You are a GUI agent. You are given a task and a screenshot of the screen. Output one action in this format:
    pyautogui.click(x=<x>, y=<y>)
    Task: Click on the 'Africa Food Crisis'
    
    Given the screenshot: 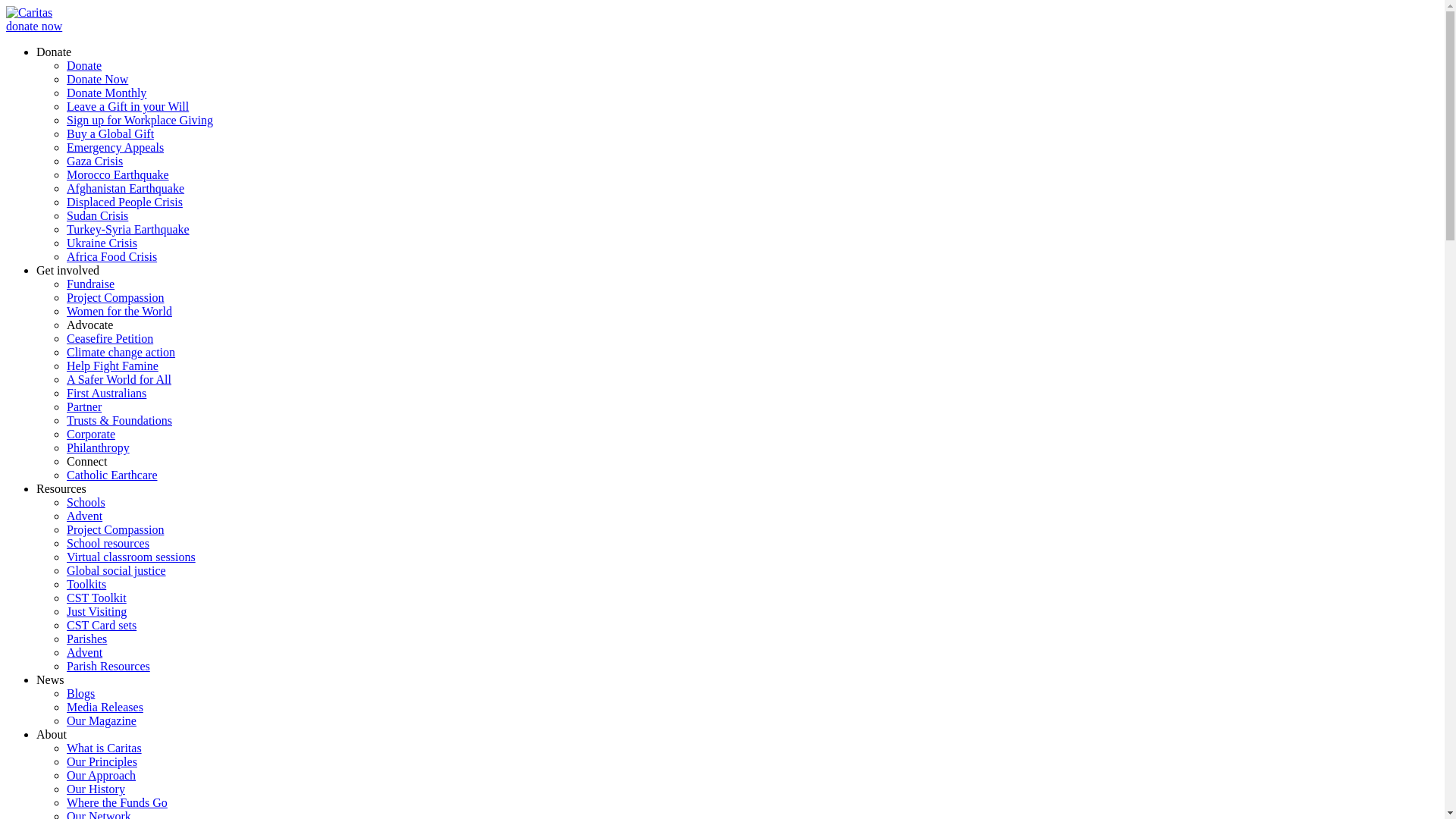 What is the action you would take?
    pyautogui.click(x=111, y=256)
    